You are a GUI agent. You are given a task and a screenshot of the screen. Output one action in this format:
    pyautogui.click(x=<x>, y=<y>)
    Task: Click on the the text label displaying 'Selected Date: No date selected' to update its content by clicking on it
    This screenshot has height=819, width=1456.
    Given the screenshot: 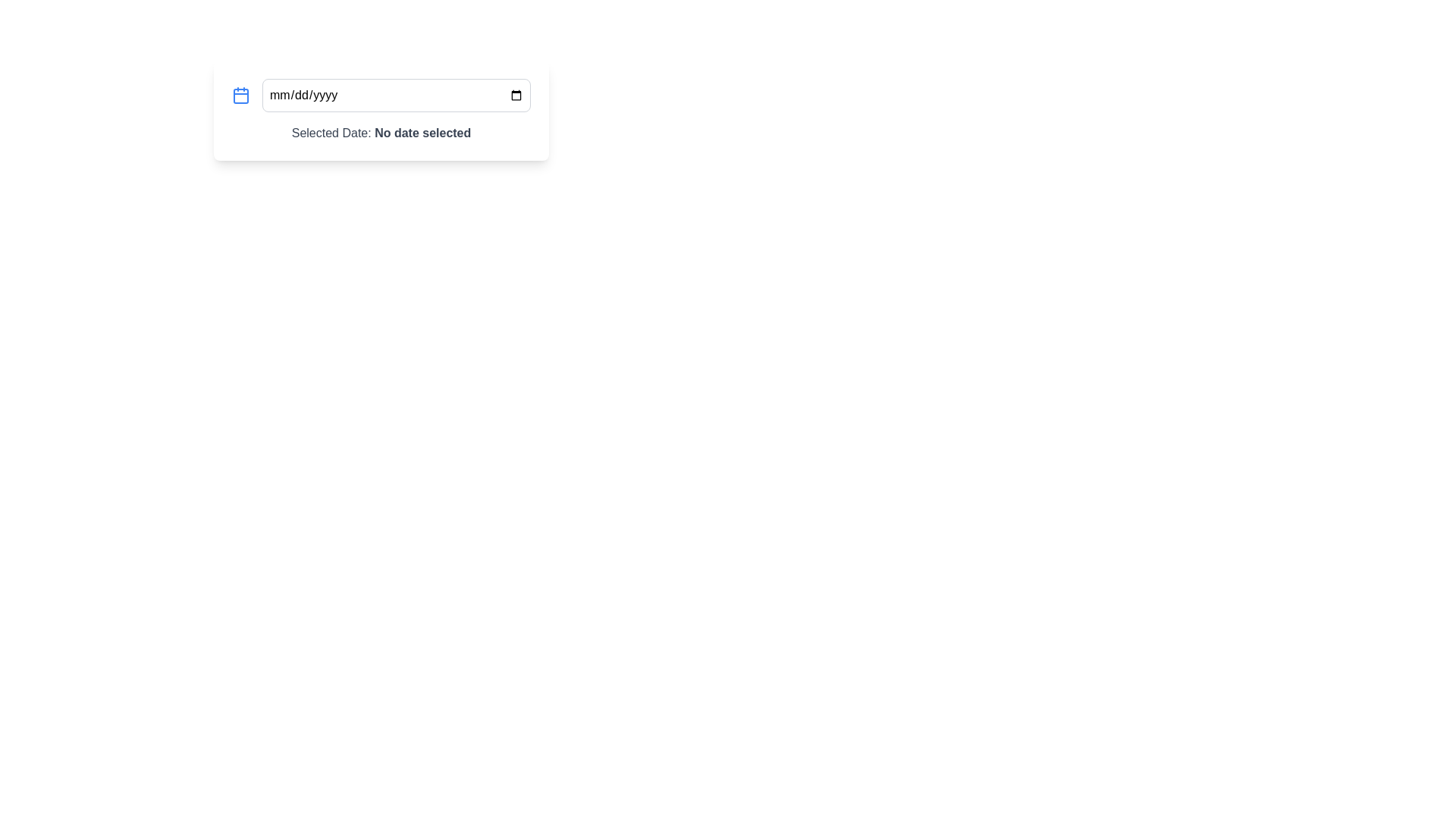 What is the action you would take?
    pyautogui.click(x=381, y=133)
    